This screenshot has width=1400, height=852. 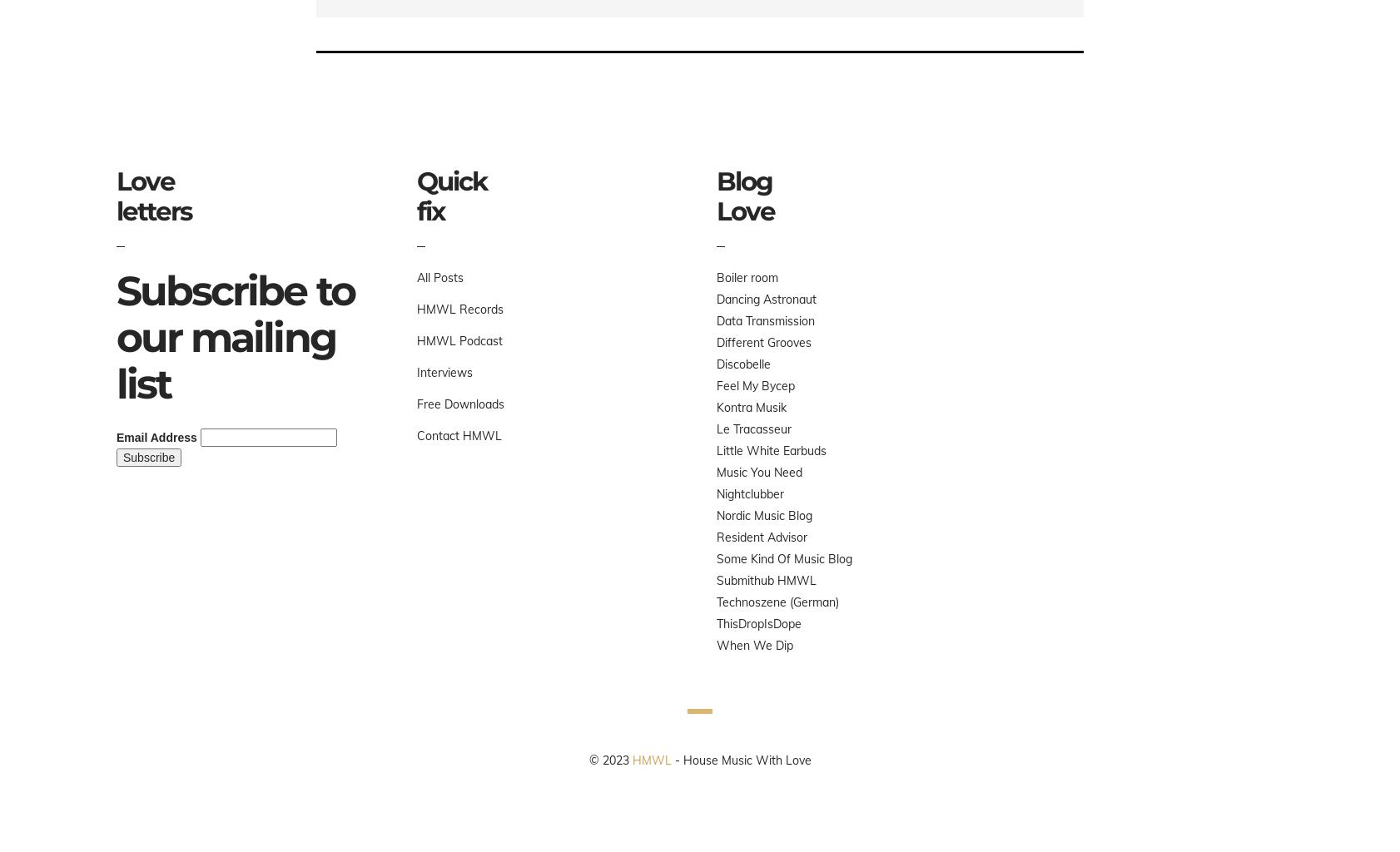 What do you see at coordinates (651, 760) in the screenshot?
I see `'HMWL'` at bounding box center [651, 760].